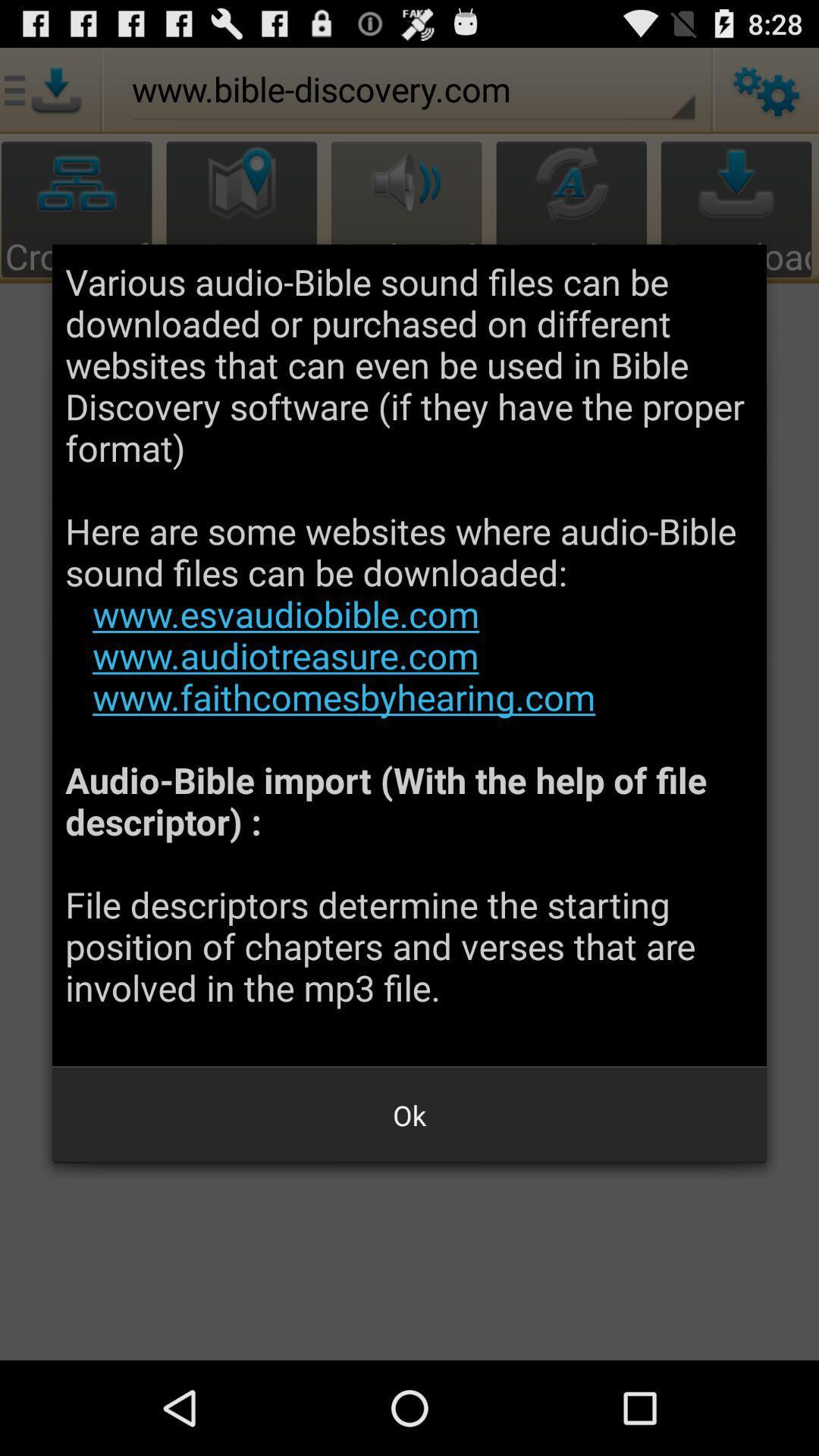 Image resolution: width=819 pixels, height=1456 pixels. Describe the element at coordinates (409, 1115) in the screenshot. I see `the ok` at that location.